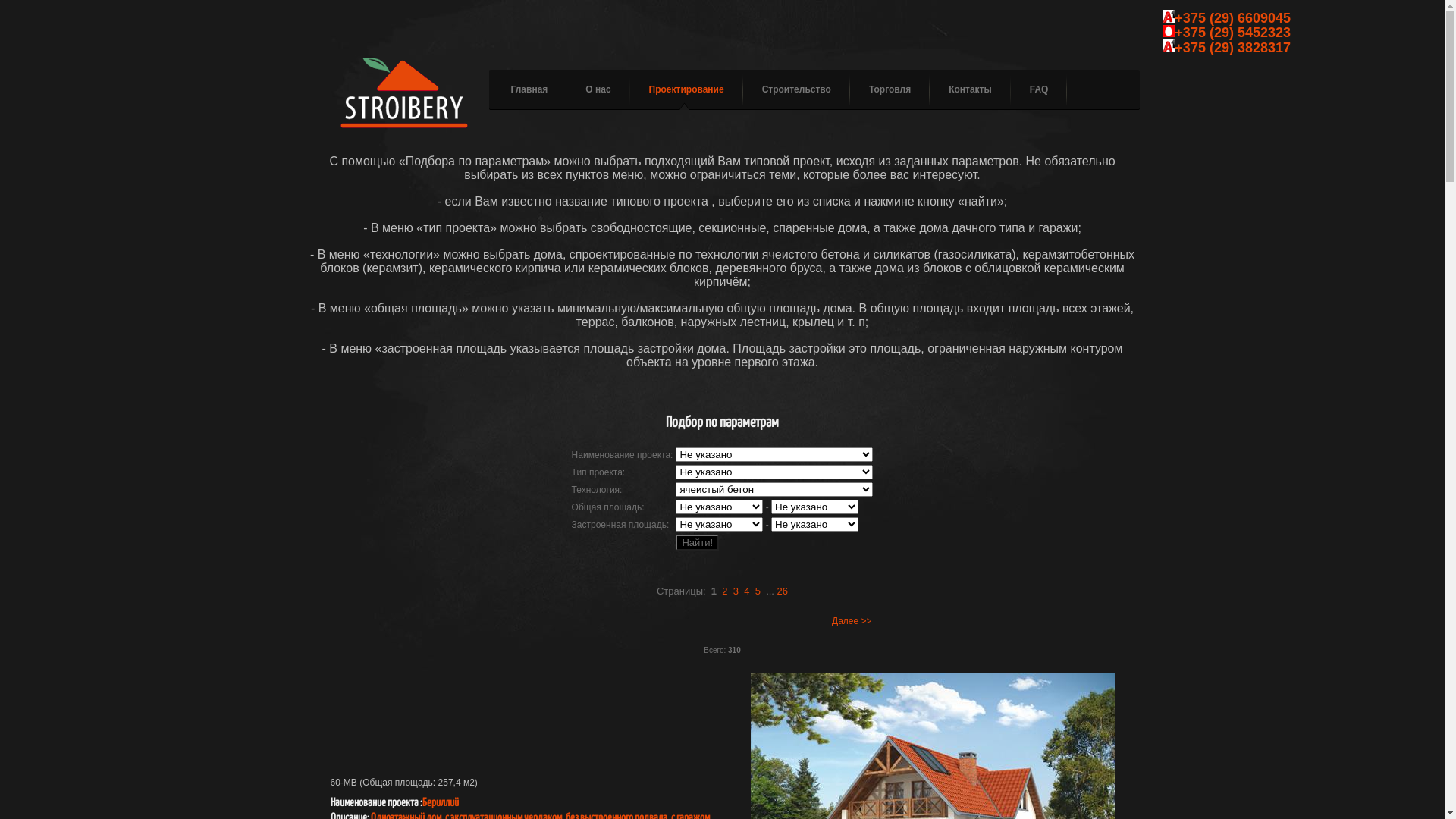 This screenshot has width=1456, height=819. Describe the element at coordinates (736, 590) in the screenshot. I see `'3'` at that location.